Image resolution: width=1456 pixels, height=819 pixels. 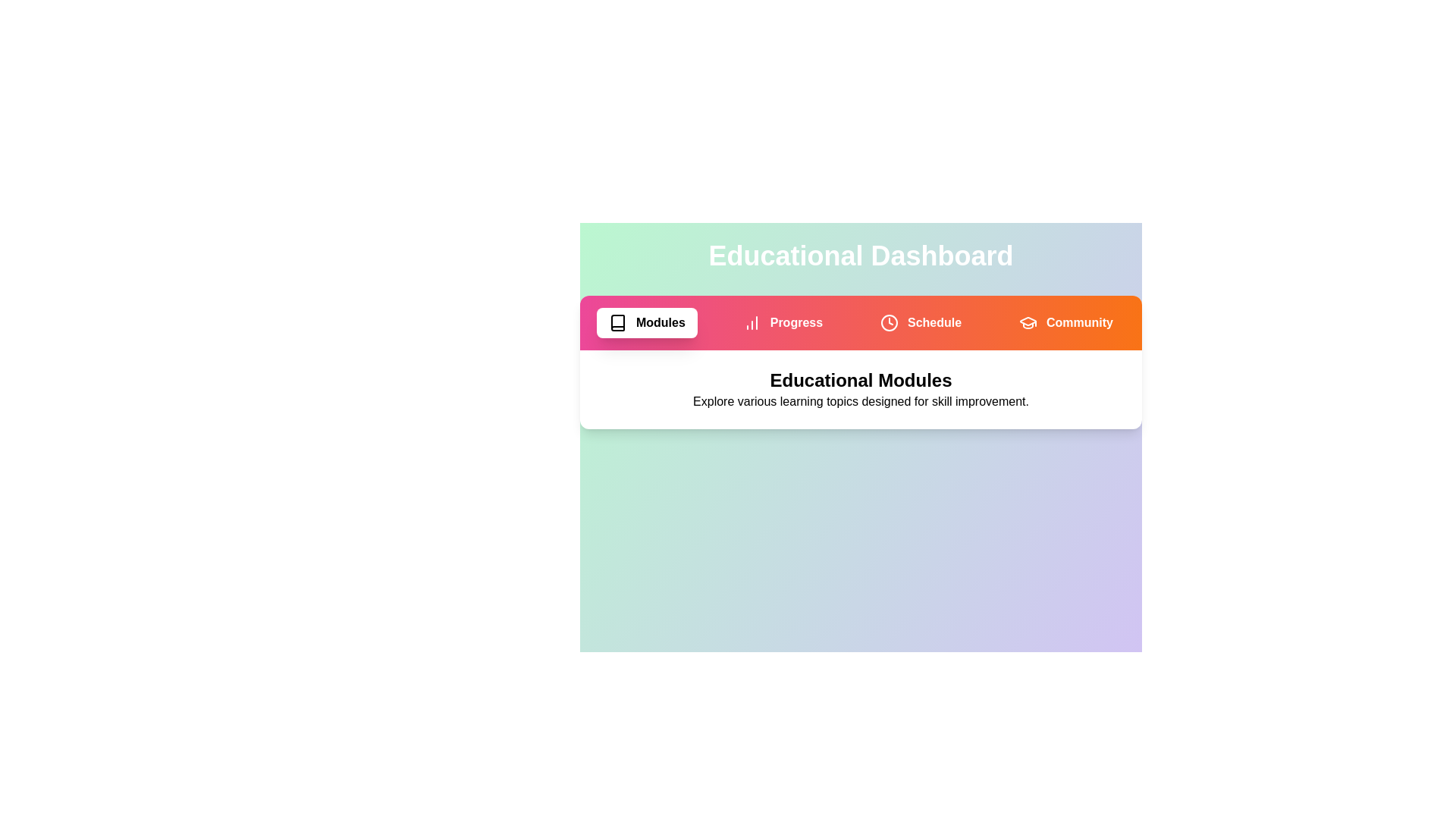 I want to click on the 'Modules' text label, which is bold and black, located in the horizontal navigation bar to the right of the open book icon, so click(x=661, y=322).